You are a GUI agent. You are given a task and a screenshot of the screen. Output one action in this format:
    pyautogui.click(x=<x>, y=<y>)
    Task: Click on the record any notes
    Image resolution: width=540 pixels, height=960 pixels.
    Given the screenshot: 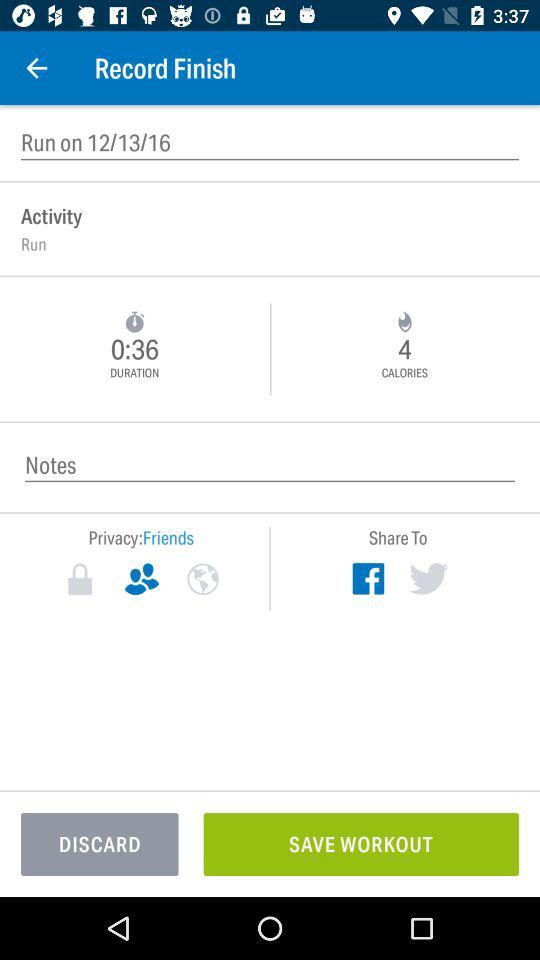 What is the action you would take?
    pyautogui.click(x=270, y=464)
    